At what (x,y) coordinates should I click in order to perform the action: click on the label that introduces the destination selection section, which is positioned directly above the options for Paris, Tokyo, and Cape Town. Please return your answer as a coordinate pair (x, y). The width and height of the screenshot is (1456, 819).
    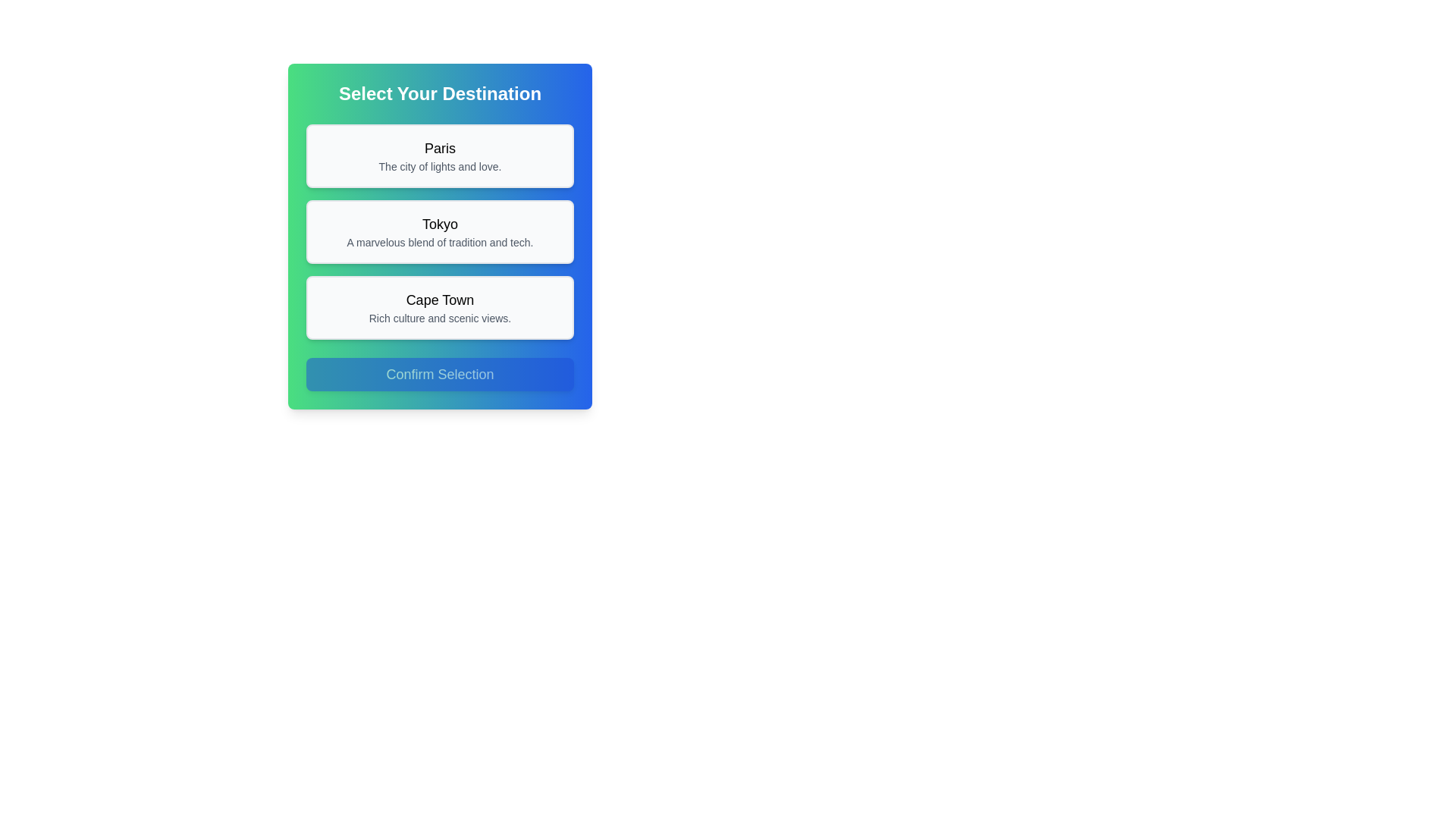
    Looking at the image, I should click on (439, 93).